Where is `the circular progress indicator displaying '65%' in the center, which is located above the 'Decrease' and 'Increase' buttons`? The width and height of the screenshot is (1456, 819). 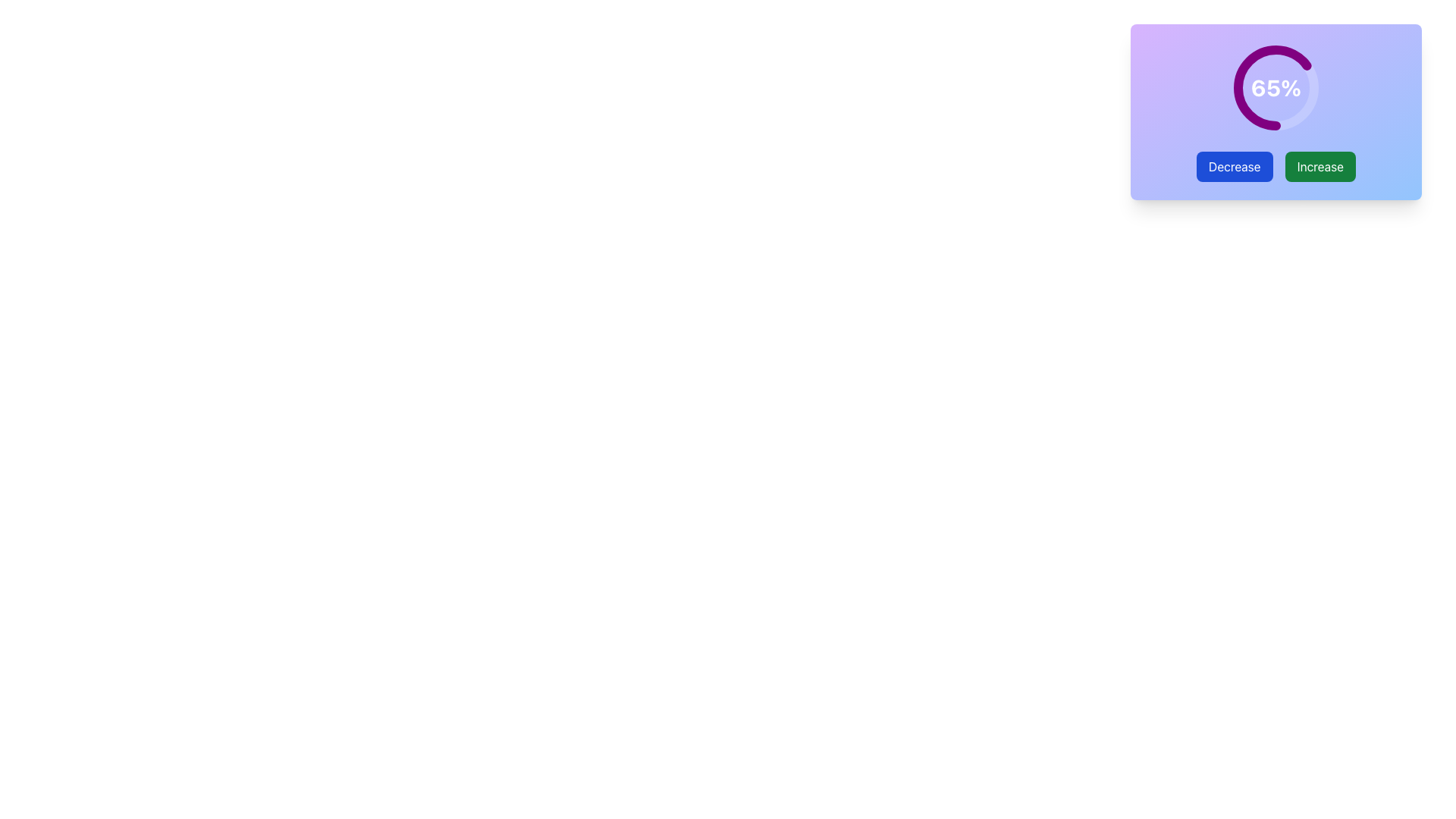 the circular progress indicator displaying '65%' in the center, which is located above the 'Decrease' and 'Increase' buttons is located at coordinates (1276, 87).